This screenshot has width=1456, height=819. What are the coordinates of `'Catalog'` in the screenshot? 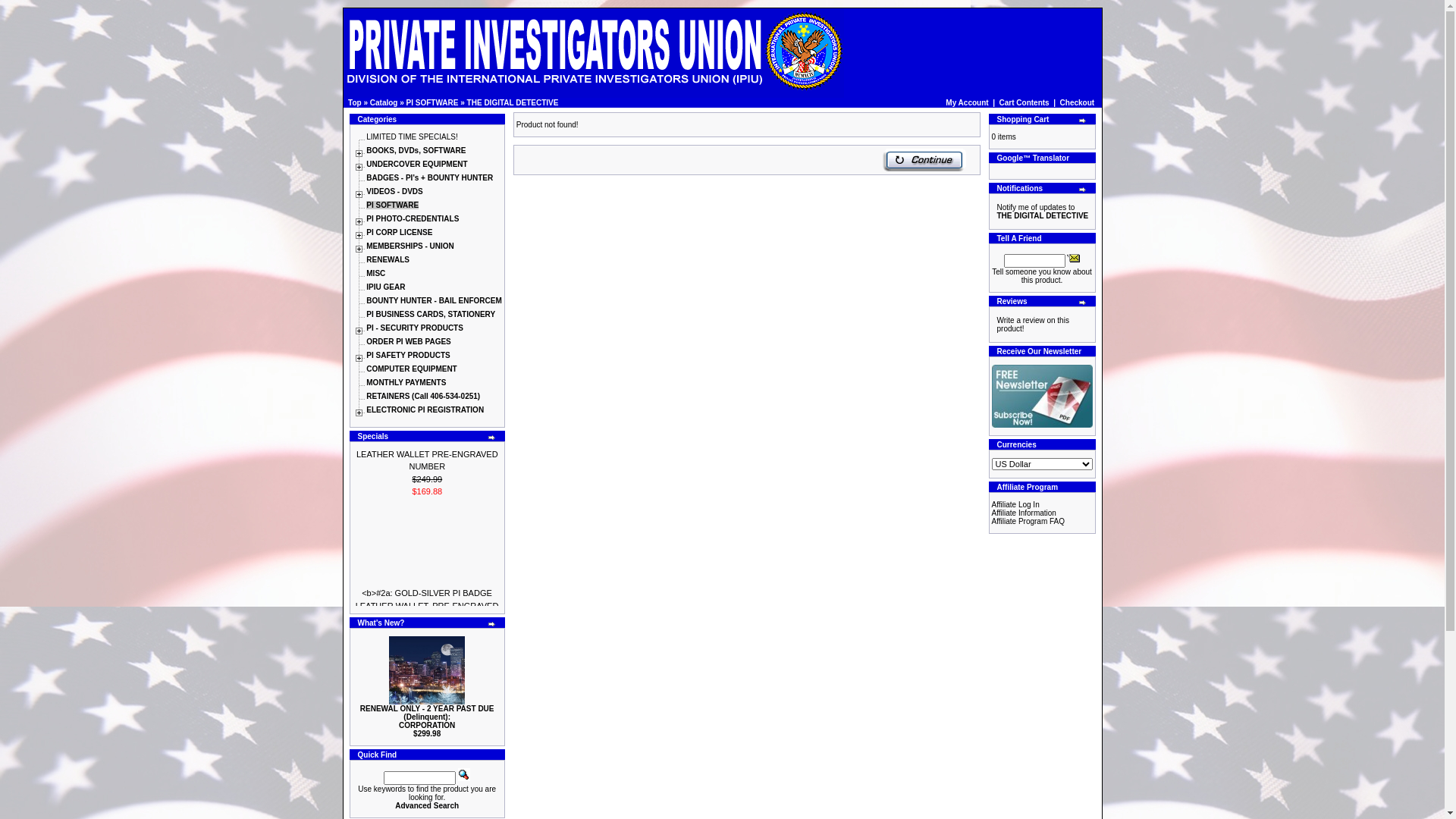 It's located at (384, 102).